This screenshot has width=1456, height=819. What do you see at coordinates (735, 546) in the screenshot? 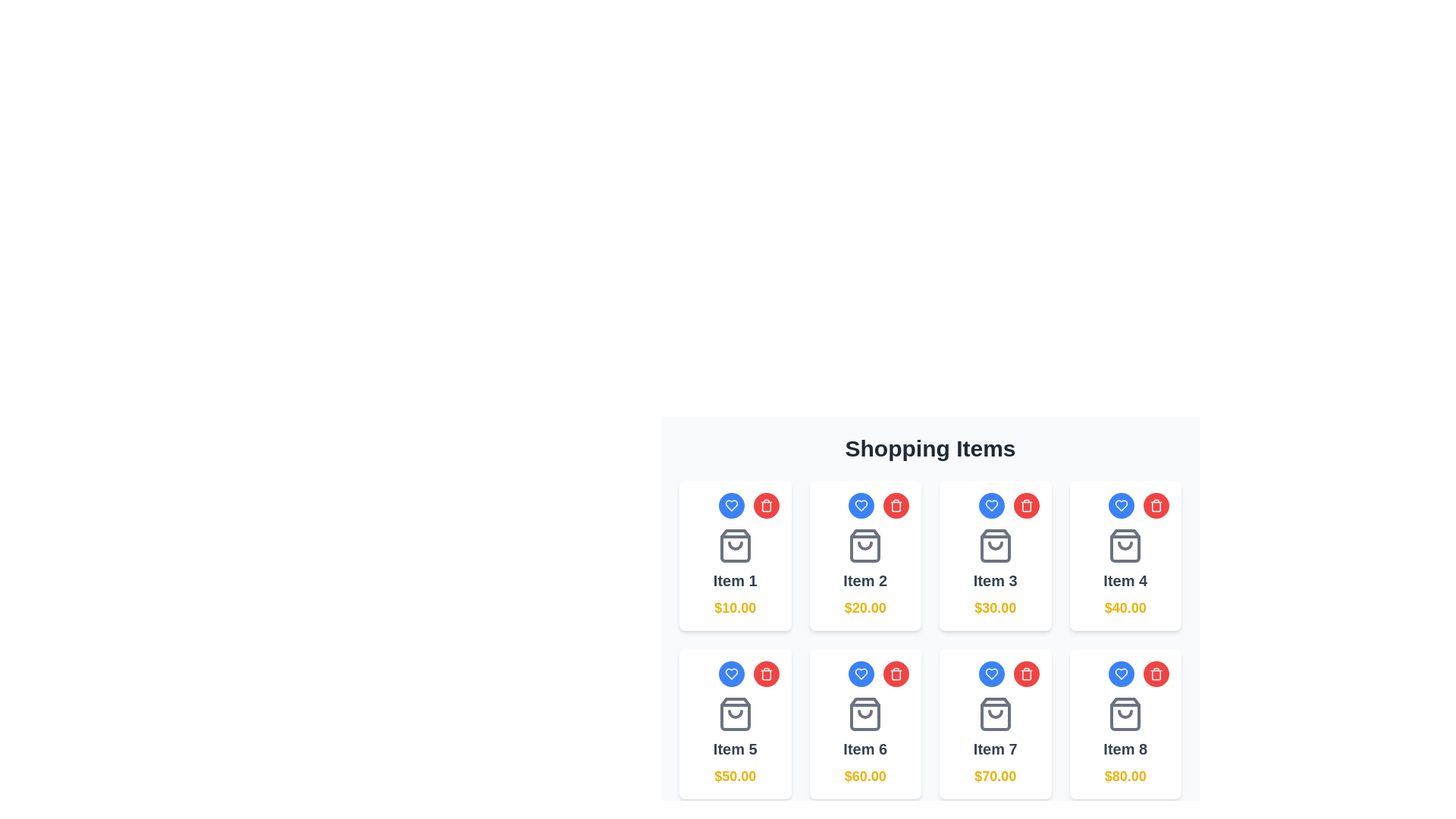
I see `the shopping bag icon located centrally within the card for 'Item 1', positioned in the top-left corner of the grid layout` at bounding box center [735, 546].